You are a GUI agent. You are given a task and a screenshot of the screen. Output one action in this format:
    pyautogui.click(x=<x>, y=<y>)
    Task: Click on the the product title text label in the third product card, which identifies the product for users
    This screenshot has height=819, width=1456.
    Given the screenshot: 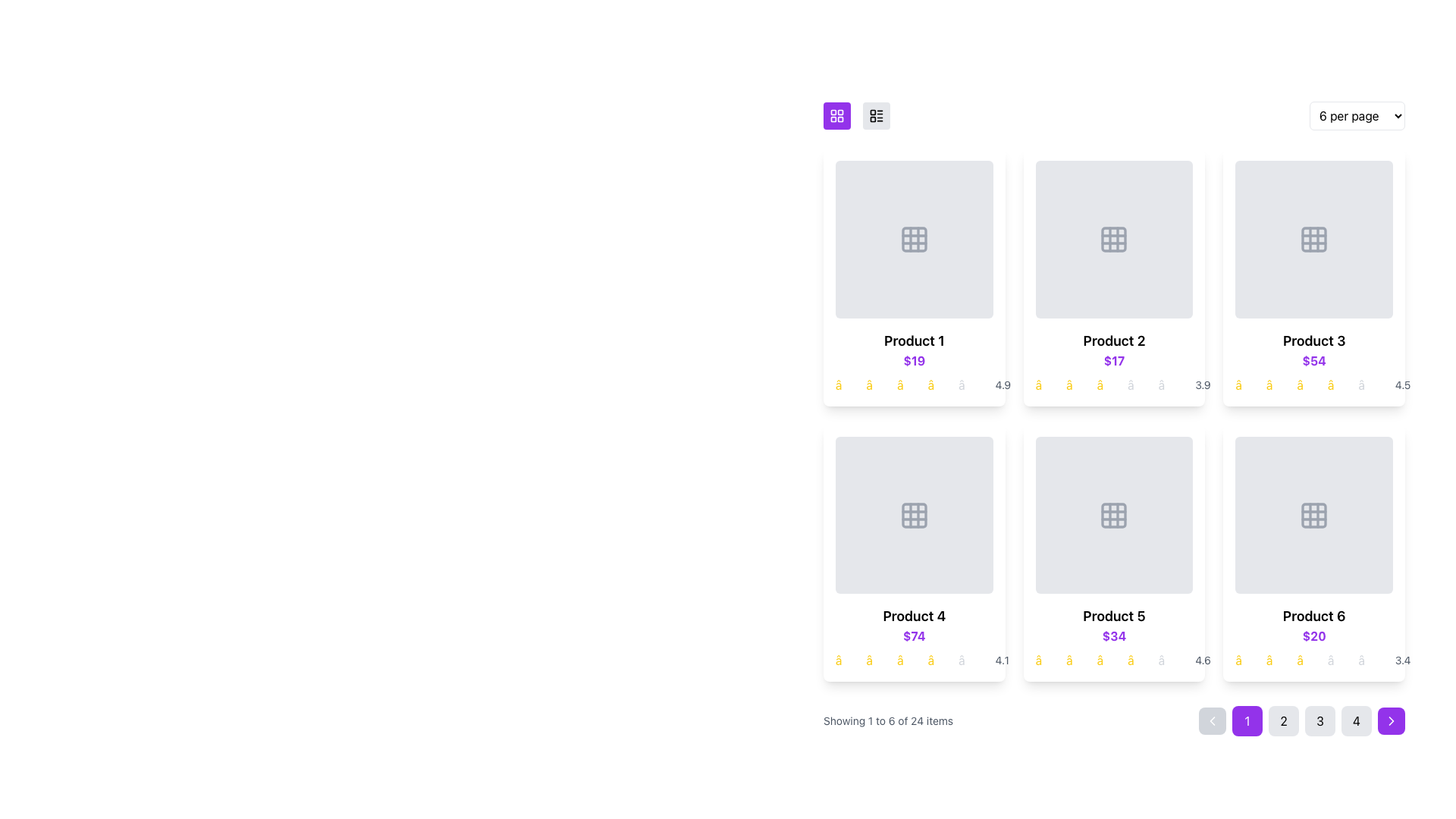 What is the action you would take?
    pyautogui.click(x=1313, y=340)
    